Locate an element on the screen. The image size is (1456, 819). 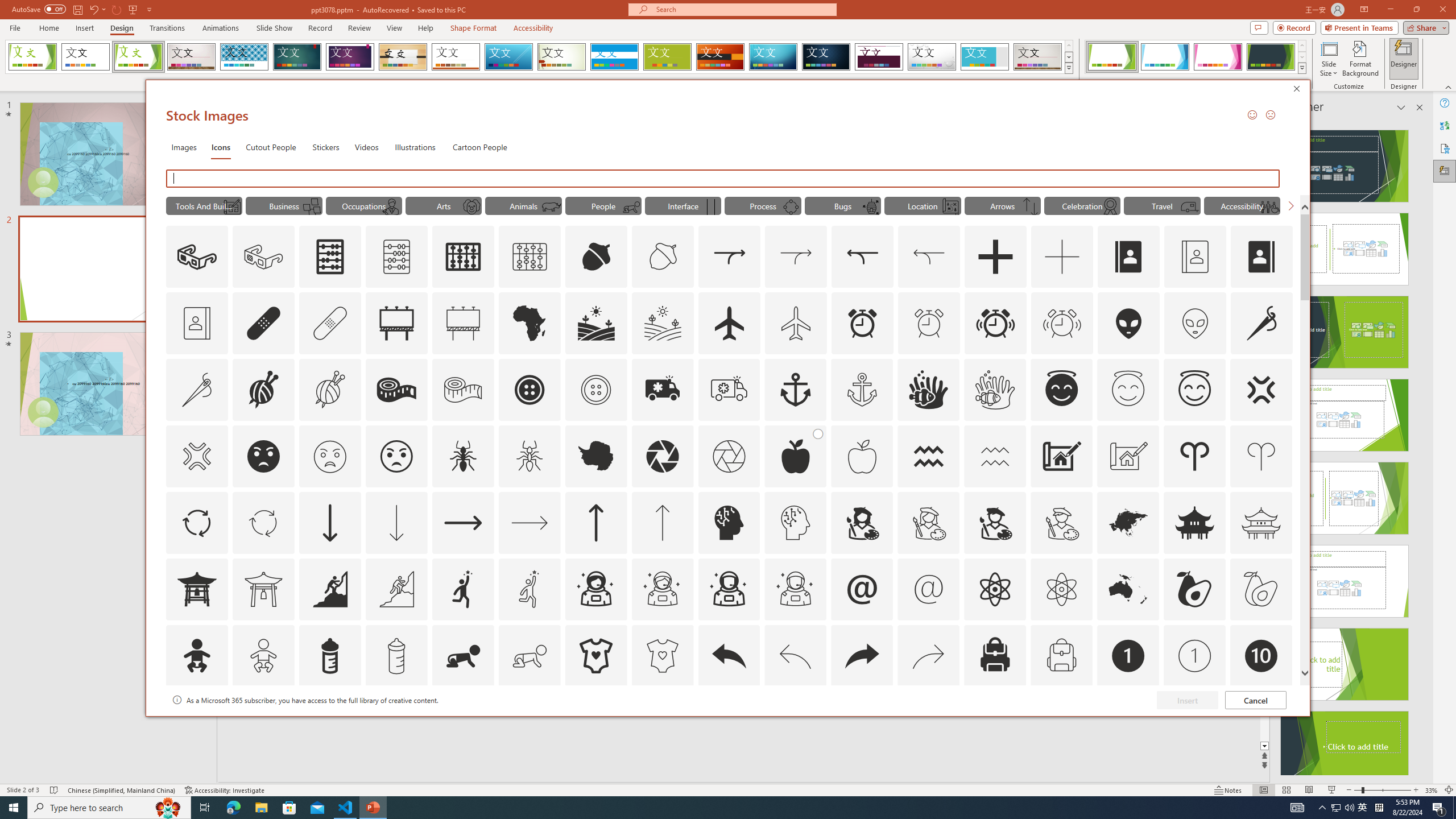
'AutomationID: Icons_Abacus1' is located at coordinates (463, 257).